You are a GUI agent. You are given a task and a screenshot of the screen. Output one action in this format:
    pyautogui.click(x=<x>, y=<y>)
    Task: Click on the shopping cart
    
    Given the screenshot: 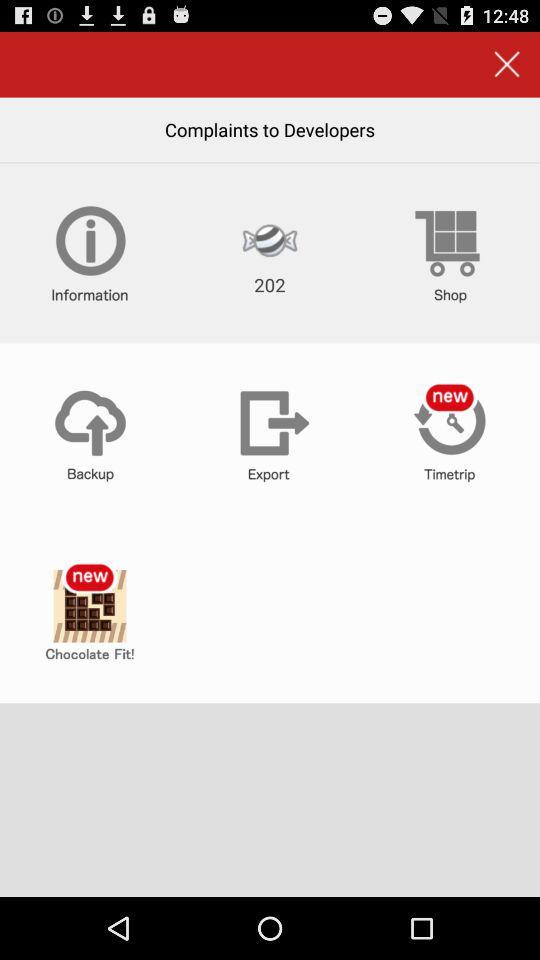 What is the action you would take?
    pyautogui.click(x=449, y=252)
    